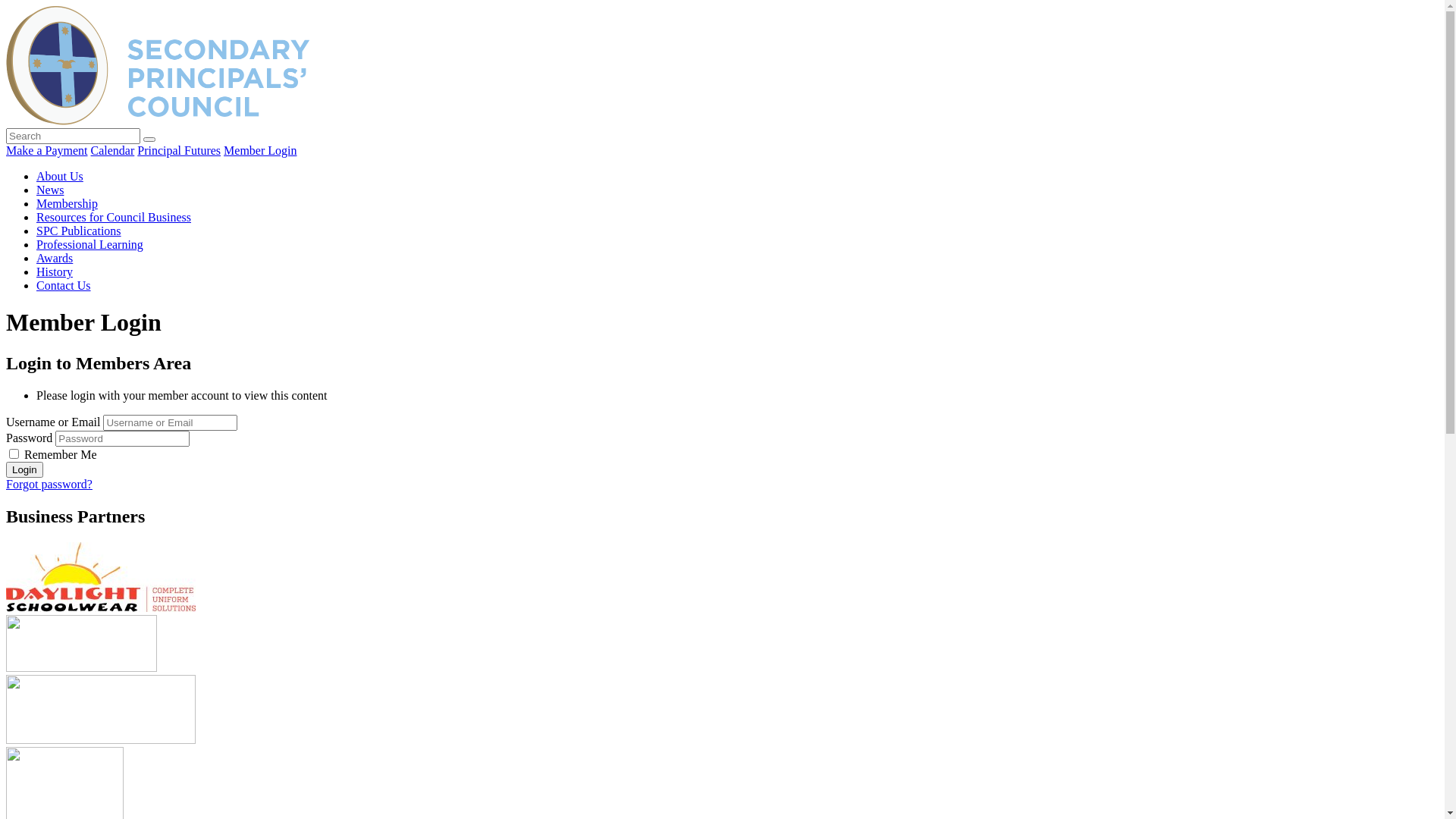 Image resolution: width=1456 pixels, height=819 pixels. What do you see at coordinates (66, 202) in the screenshot?
I see `'Membership'` at bounding box center [66, 202].